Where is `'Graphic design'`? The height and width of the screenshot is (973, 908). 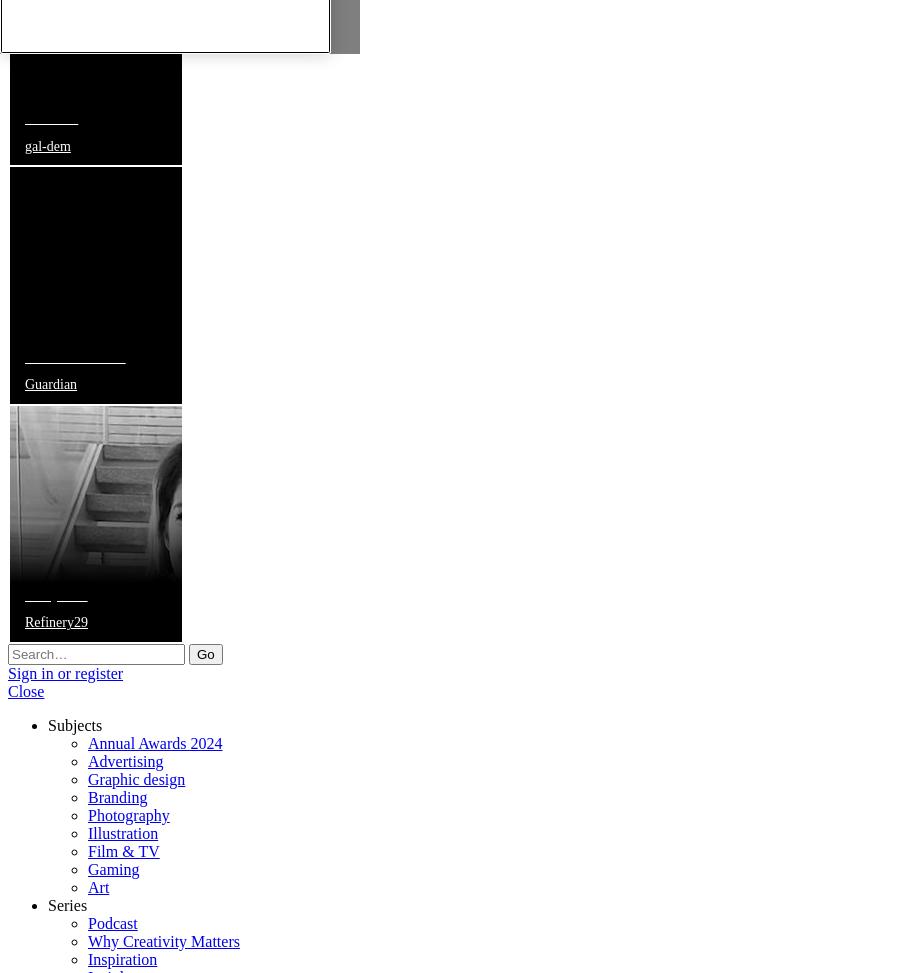
'Graphic design' is located at coordinates (86, 777).